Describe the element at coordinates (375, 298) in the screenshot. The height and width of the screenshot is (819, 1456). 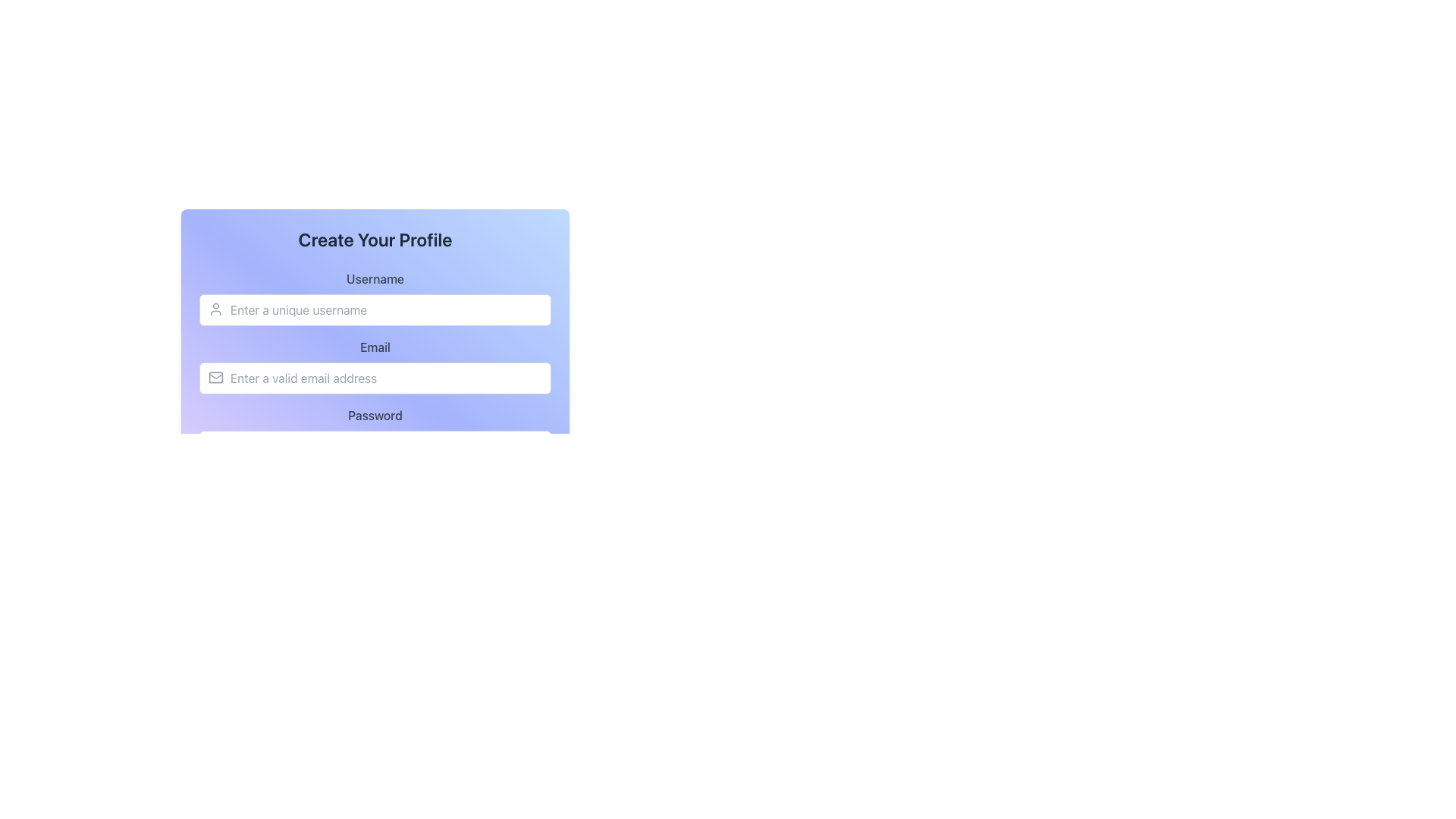
I see `the 'Username' text label, which is the first label in the 'Create Your Profile' form, styled in medium font with muted gray color` at that location.